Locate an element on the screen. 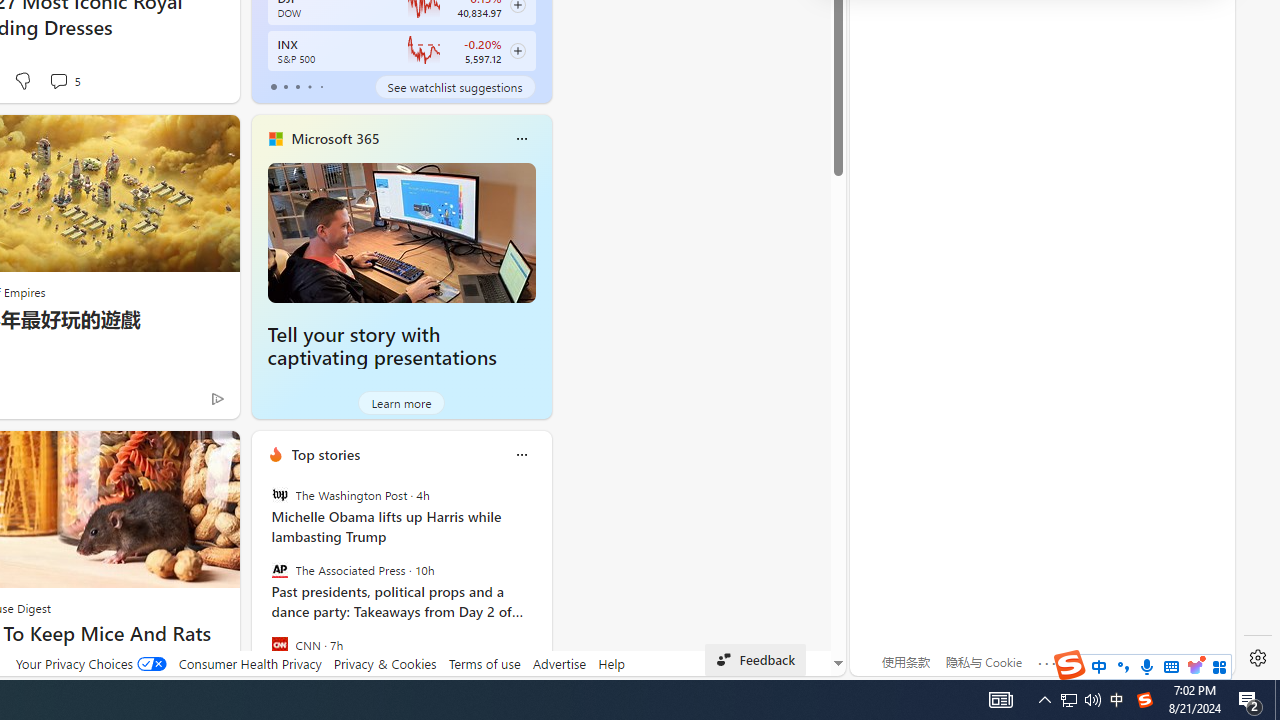 The width and height of the screenshot is (1280, 720). 'See watchlist suggestions' is located at coordinates (454, 86).